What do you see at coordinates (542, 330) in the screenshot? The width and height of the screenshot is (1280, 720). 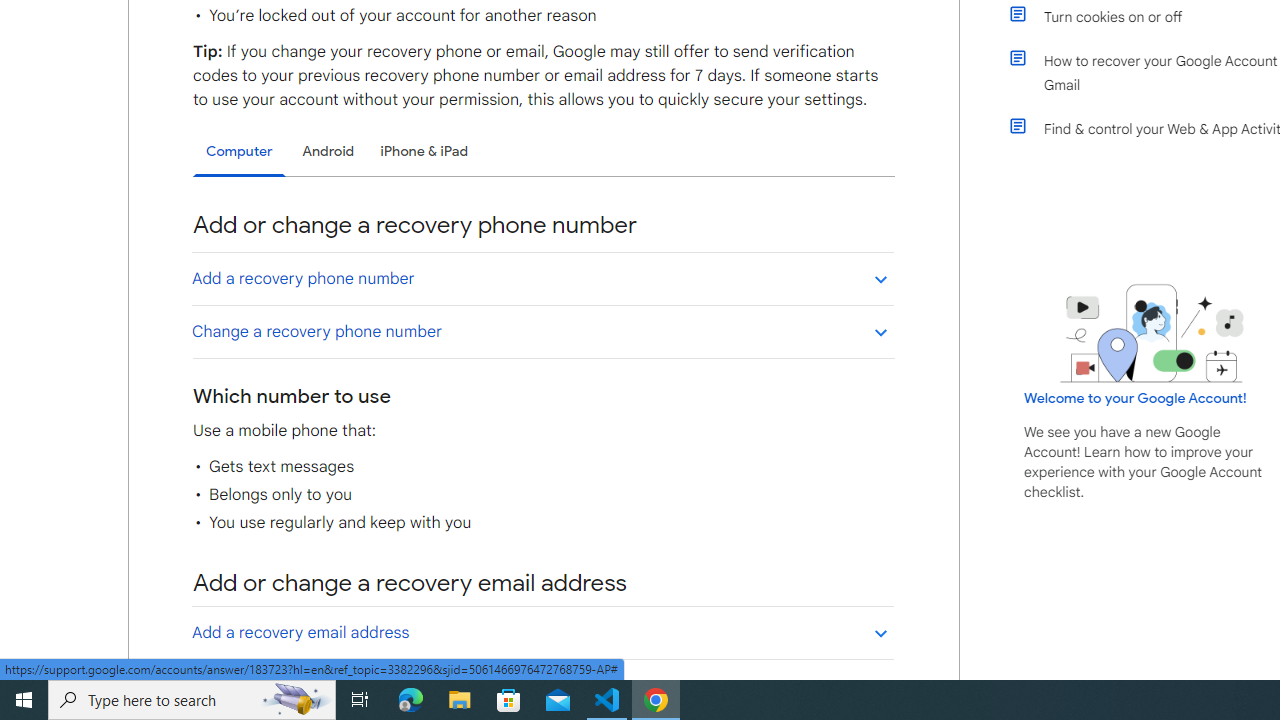 I see `'Change a recovery phone number'` at bounding box center [542, 330].